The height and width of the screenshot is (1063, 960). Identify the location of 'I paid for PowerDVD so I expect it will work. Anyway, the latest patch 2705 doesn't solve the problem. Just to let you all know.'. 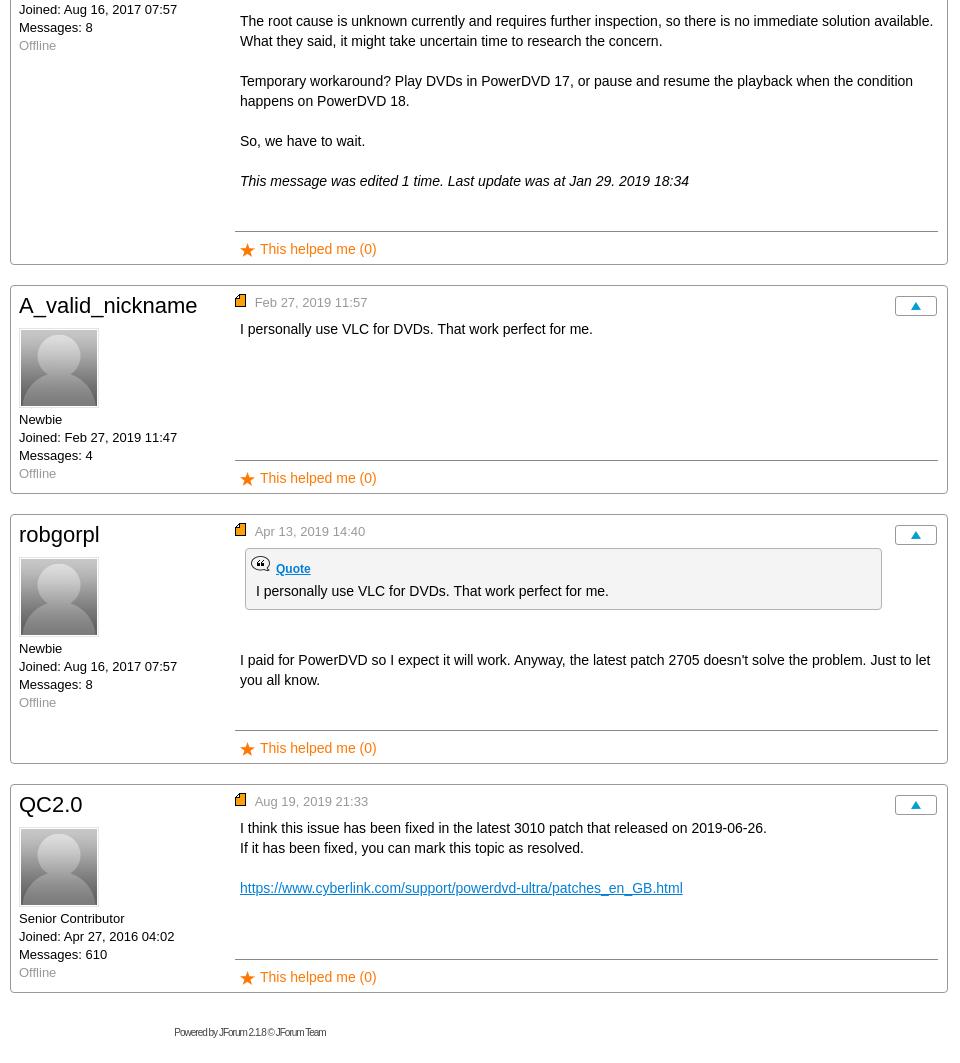
(585, 669).